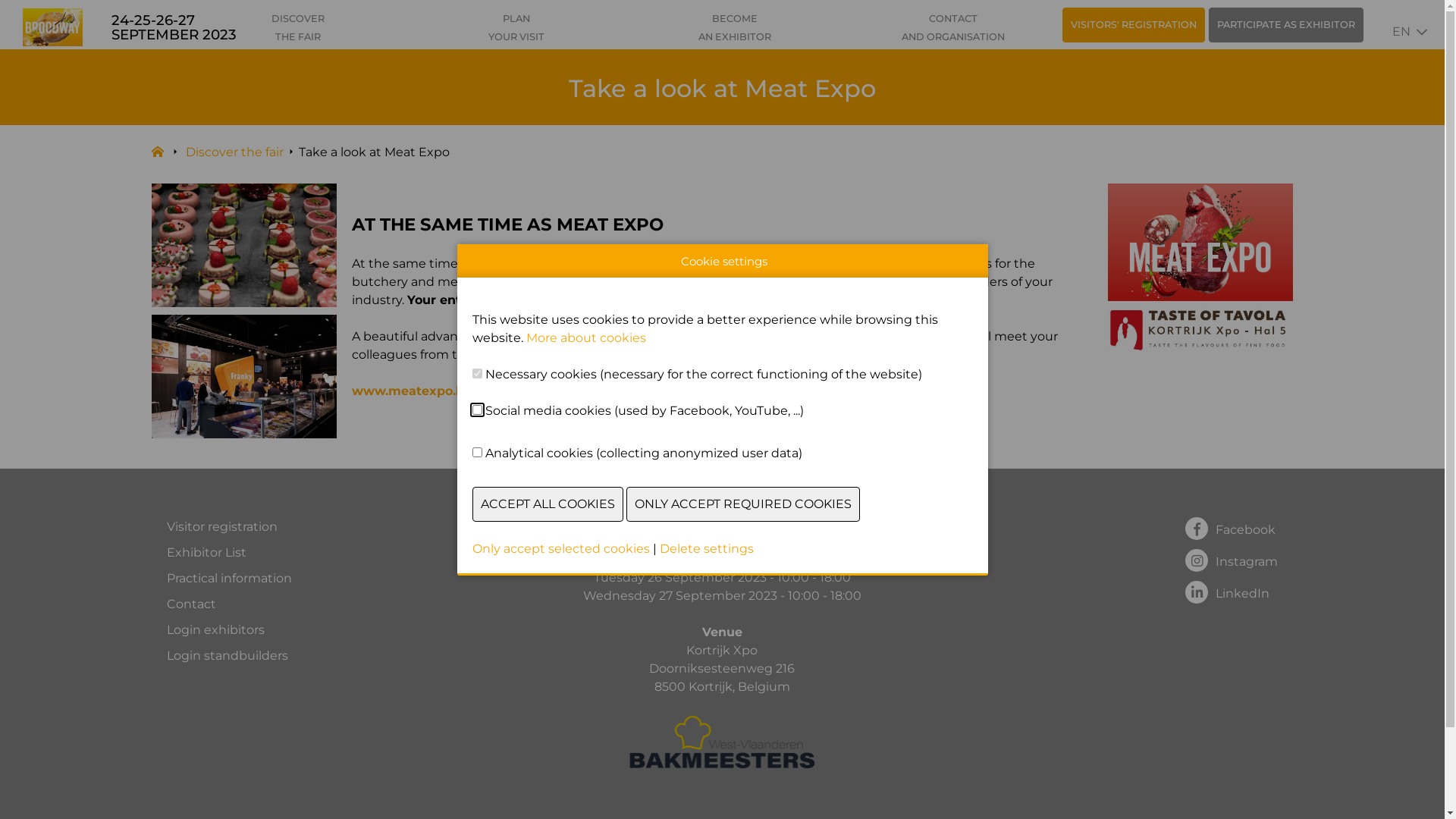 Image resolution: width=1456 pixels, height=819 pixels. Describe the element at coordinates (471, 504) in the screenshot. I see `'Accept all cookies'` at that location.